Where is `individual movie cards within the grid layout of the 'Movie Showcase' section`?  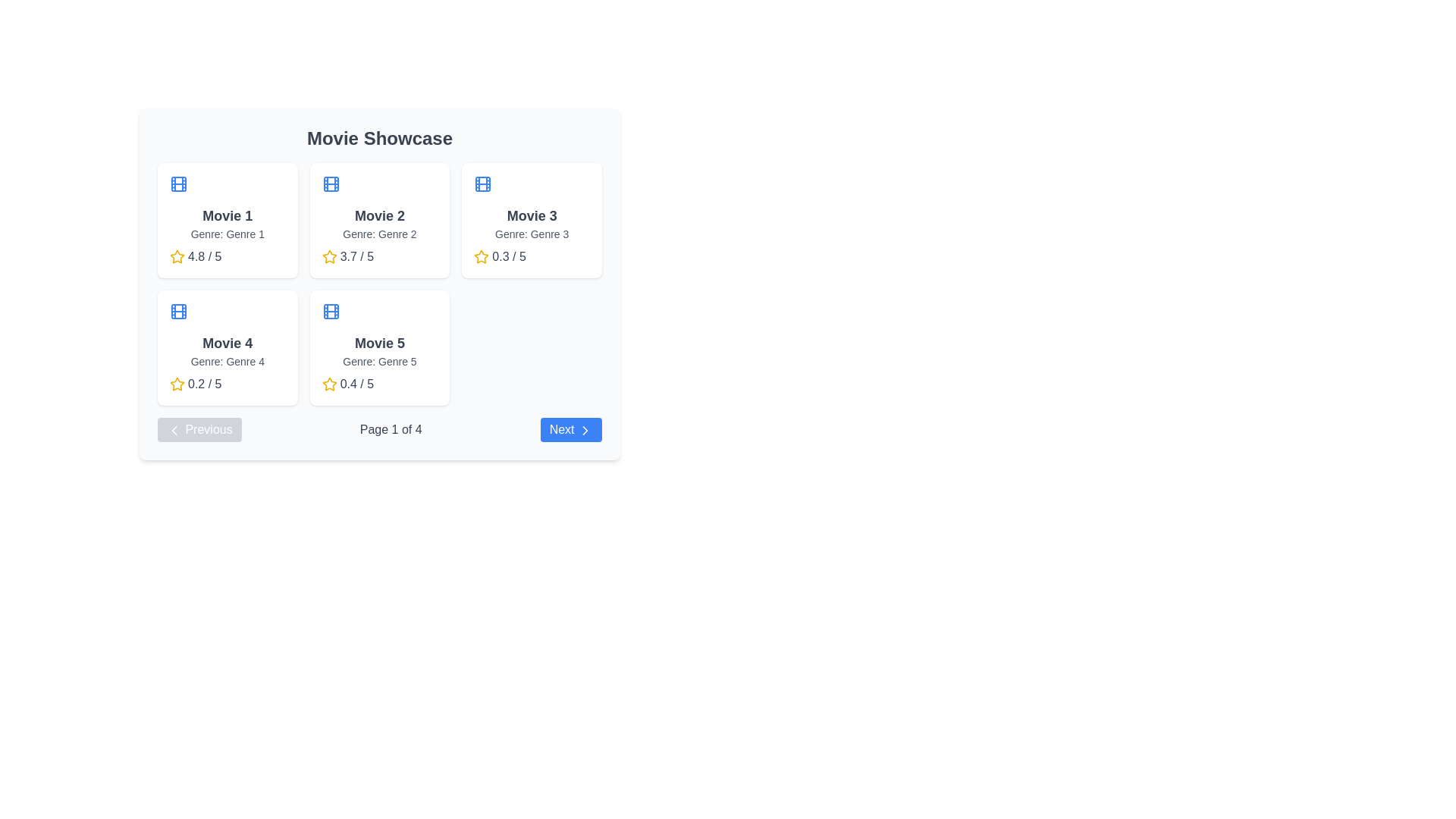
individual movie cards within the grid layout of the 'Movie Showcase' section is located at coordinates (379, 284).